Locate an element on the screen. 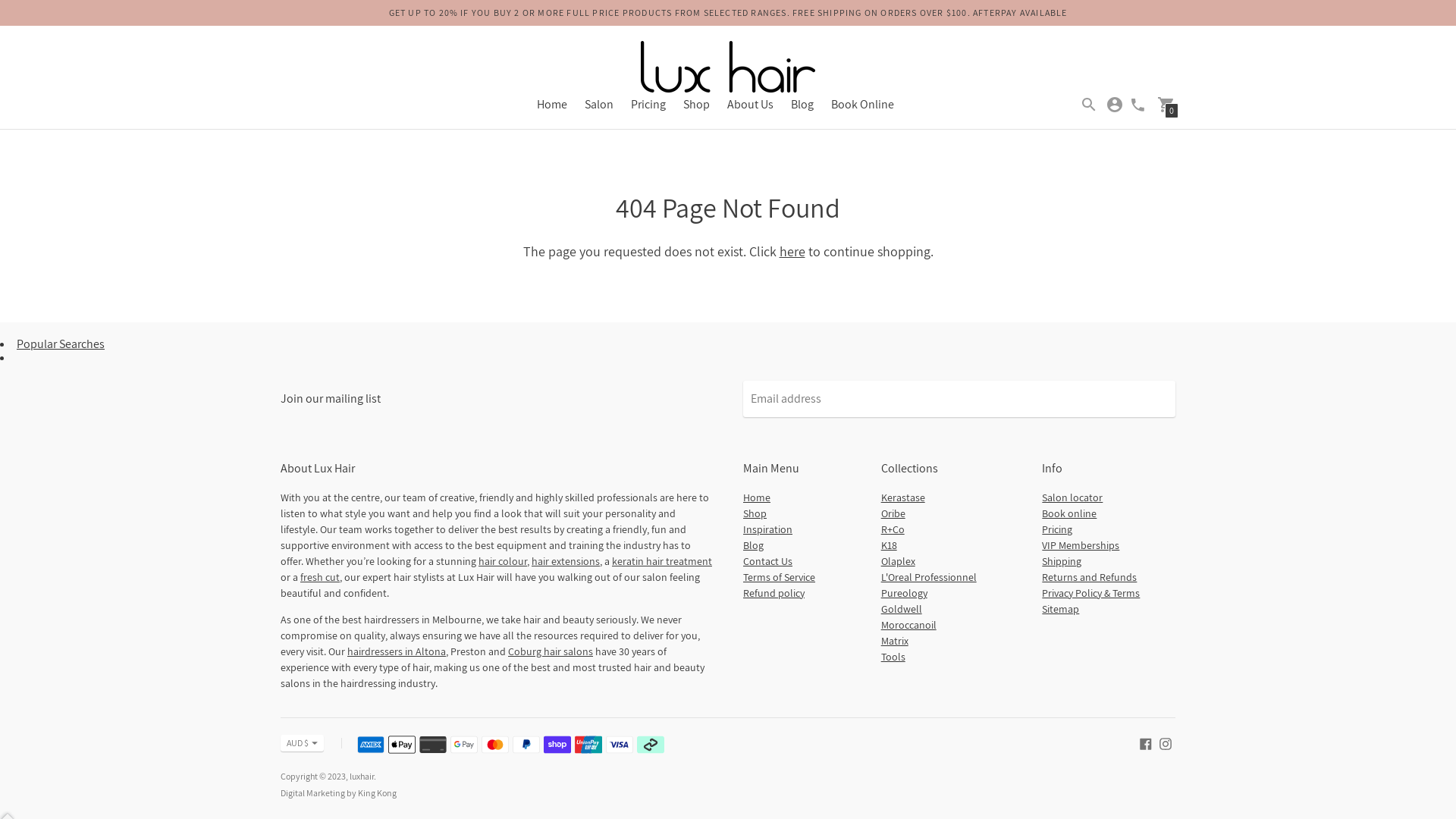 The height and width of the screenshot is (819, 1456). 'VIP Memberships' is located at coordinates (1080, 544).